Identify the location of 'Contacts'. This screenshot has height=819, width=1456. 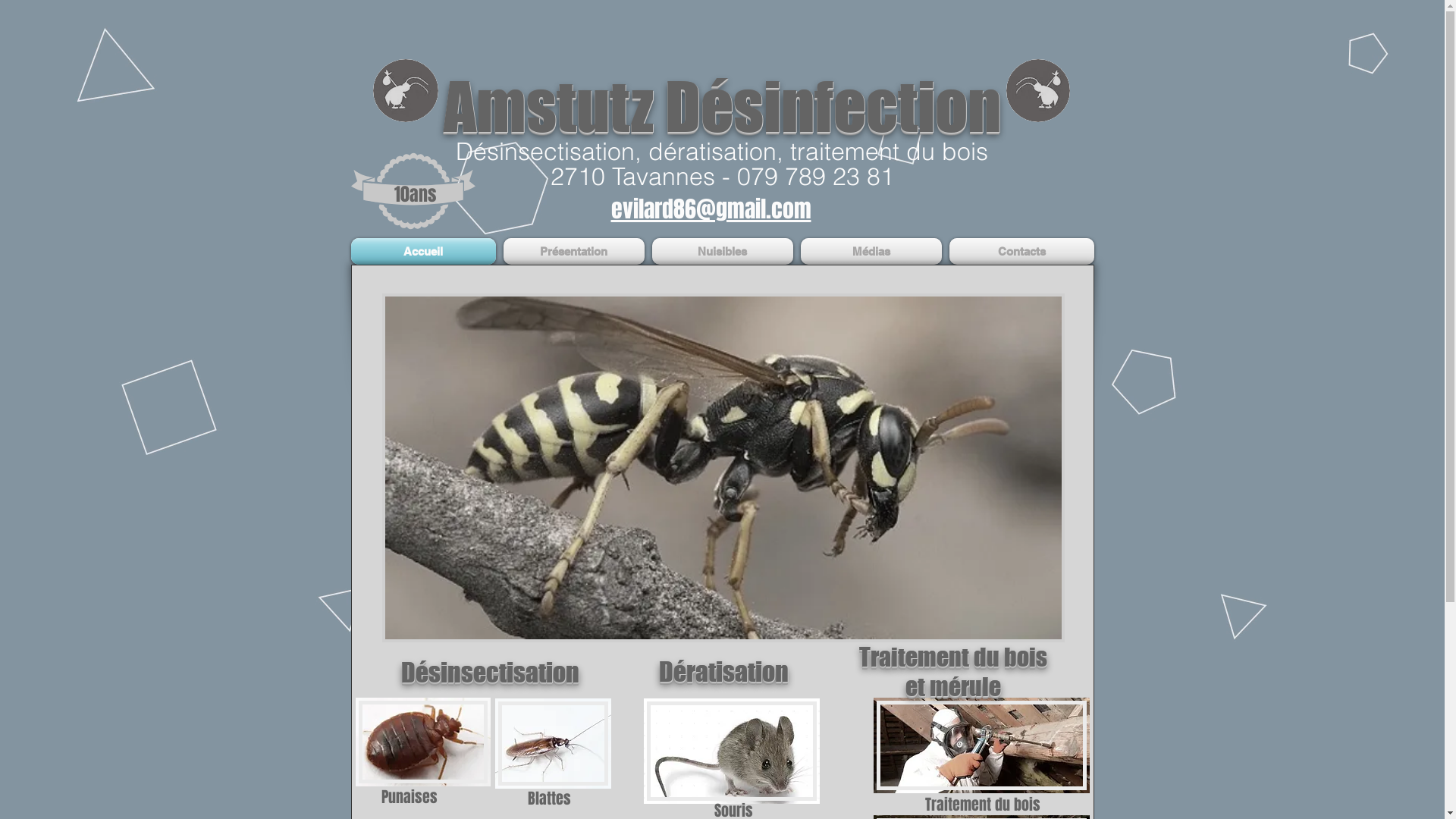
(1019, 250).